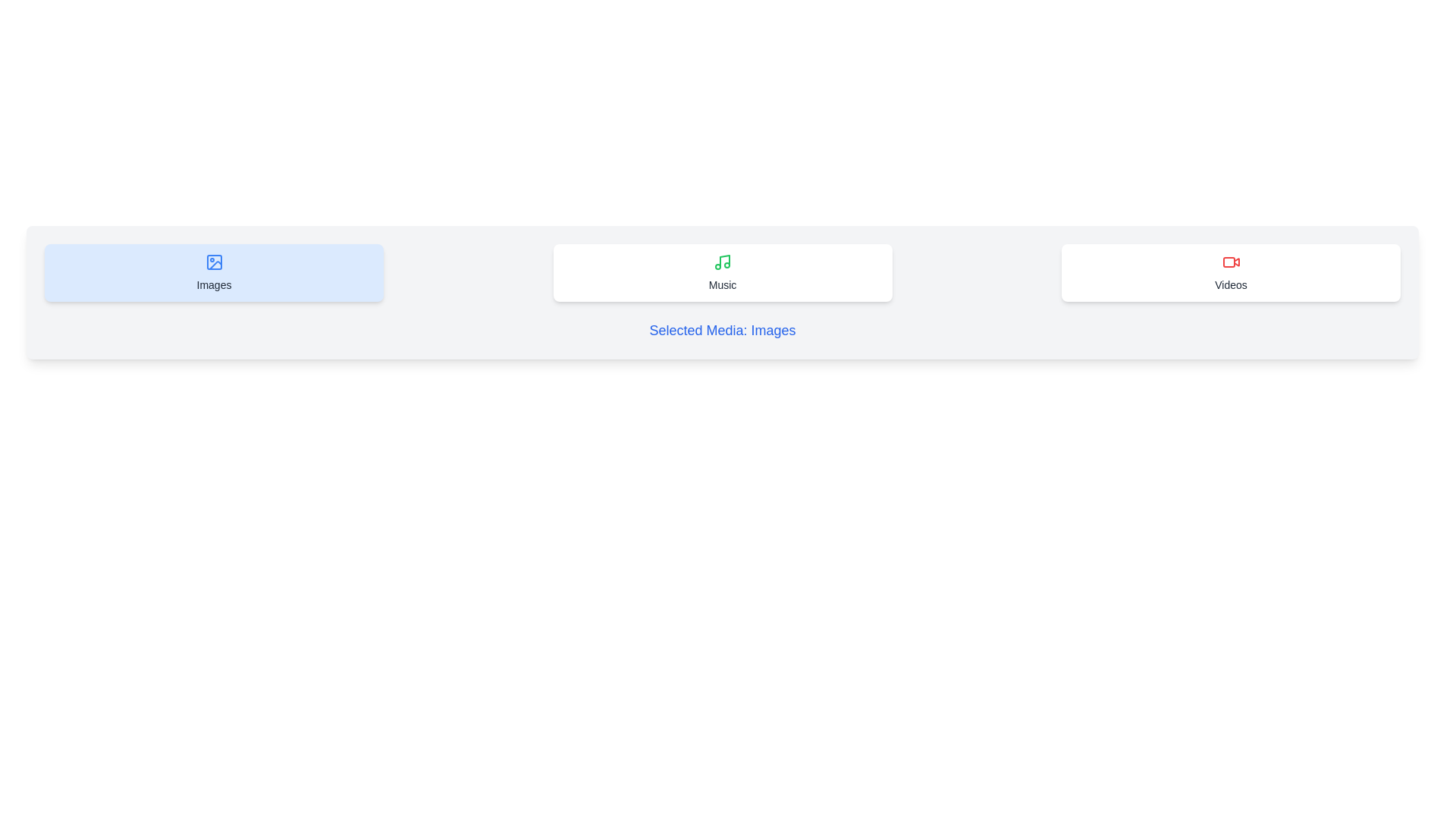 This screenshot has width=1456, height=819. I want to click on the 'Videos' button to select it, so click(1231, 271).